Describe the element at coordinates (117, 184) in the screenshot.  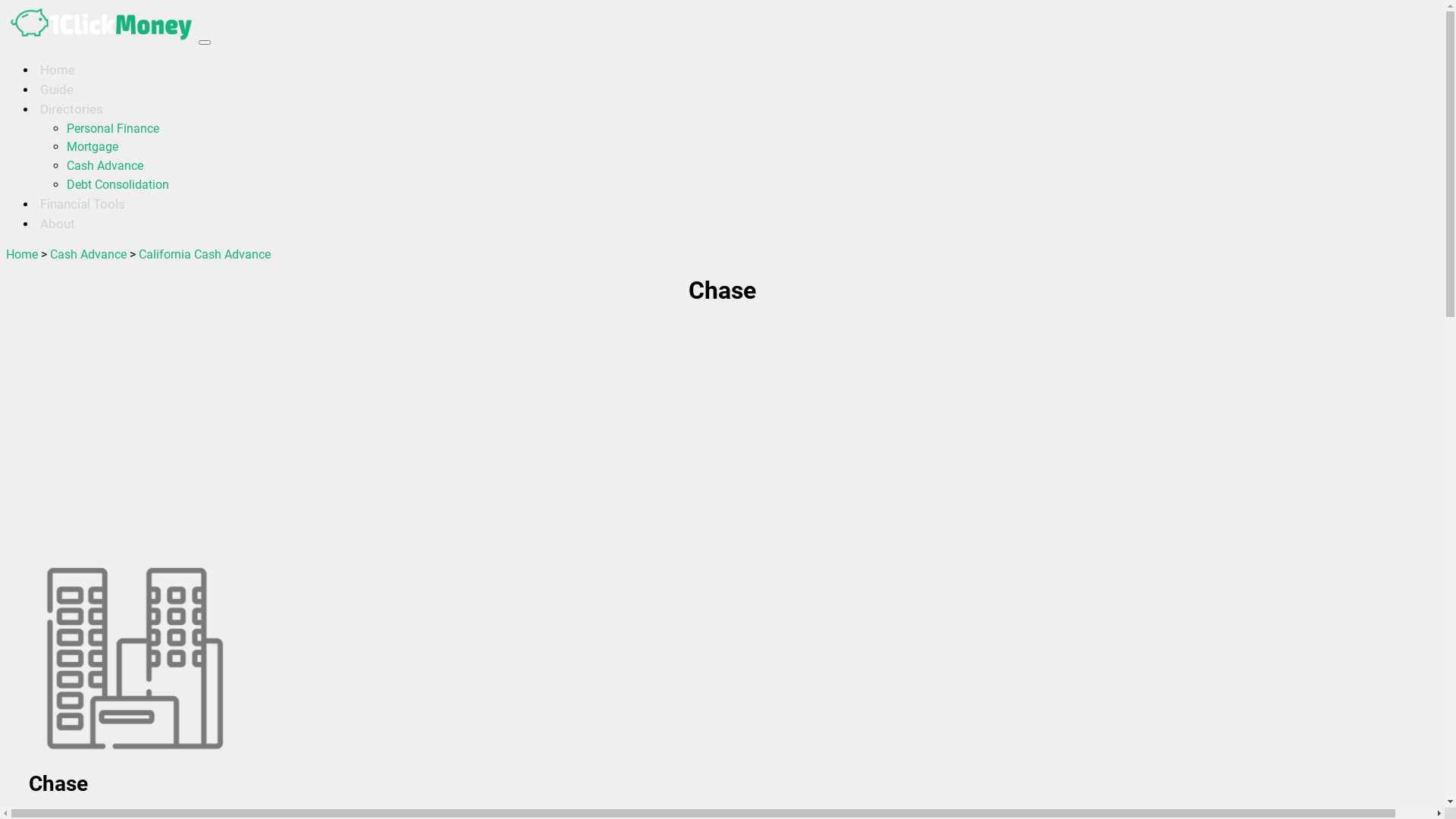
I see `'Debt Consolidation'` at that location.